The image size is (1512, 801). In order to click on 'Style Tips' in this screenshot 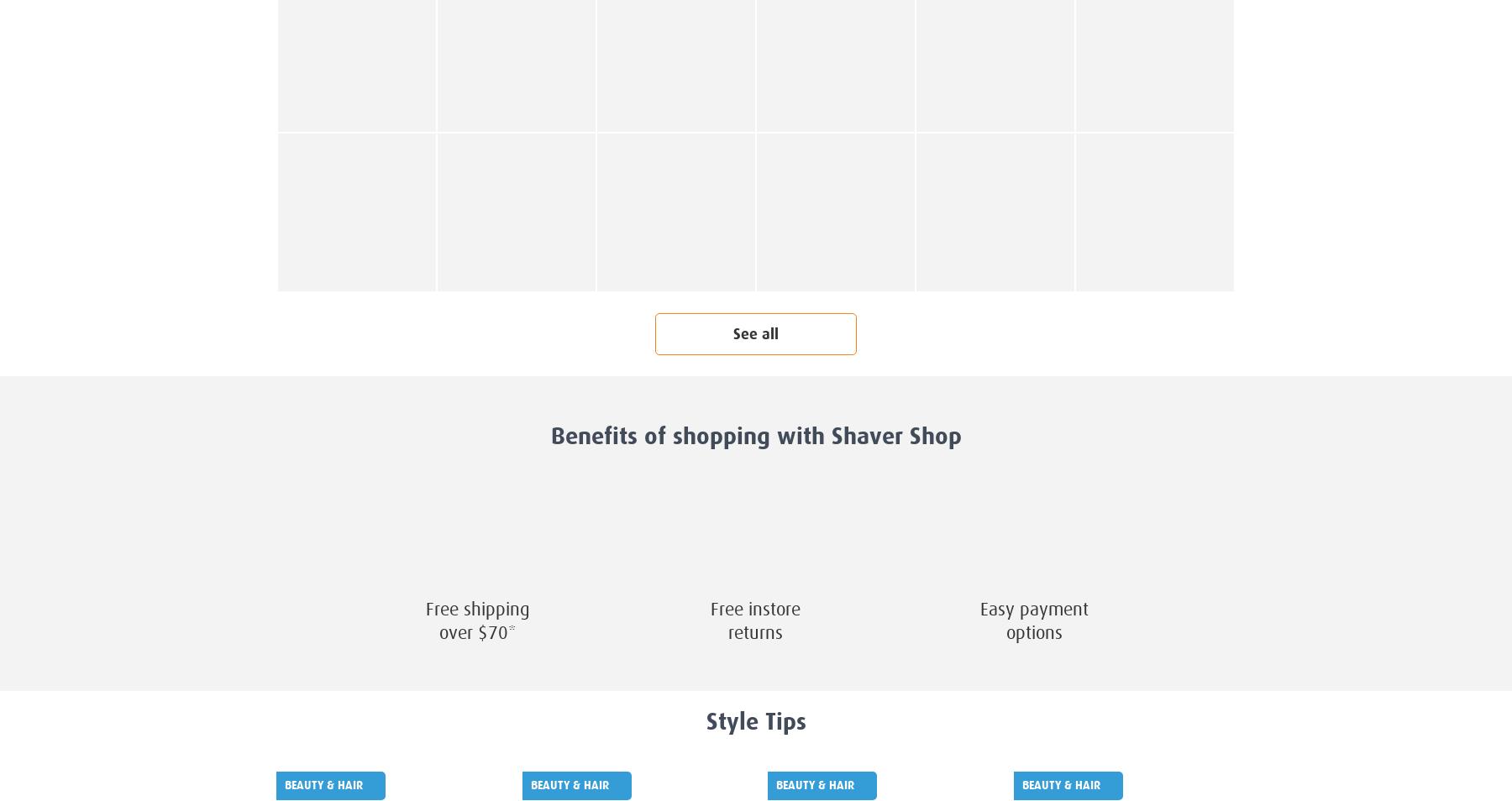, I will do `click(755, 722)`.